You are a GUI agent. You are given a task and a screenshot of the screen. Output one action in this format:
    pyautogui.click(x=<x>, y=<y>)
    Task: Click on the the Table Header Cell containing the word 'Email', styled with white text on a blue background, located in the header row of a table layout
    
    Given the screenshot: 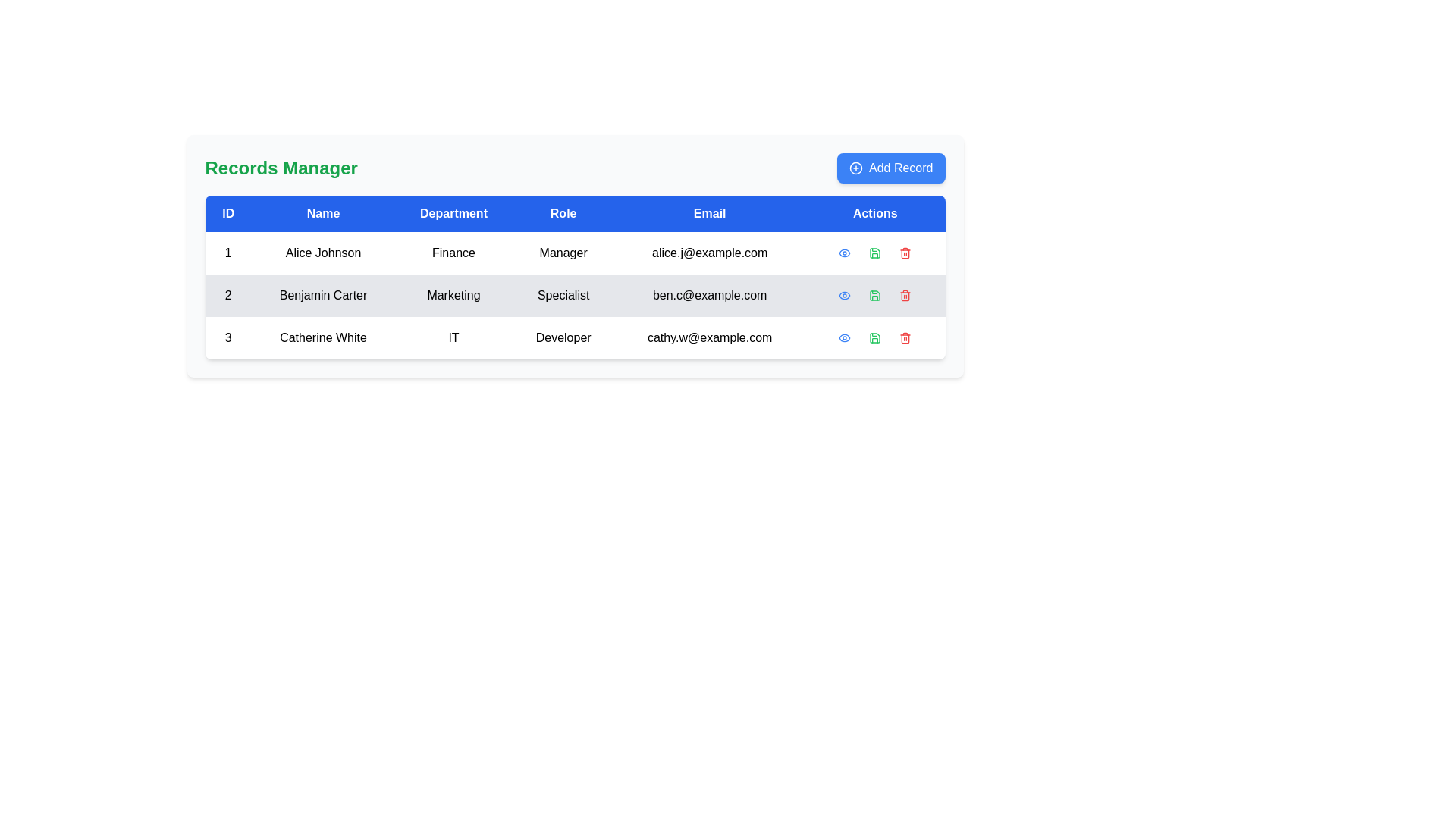 What is the action you would take?
    pyautogui.click(x=709, y=213)
    